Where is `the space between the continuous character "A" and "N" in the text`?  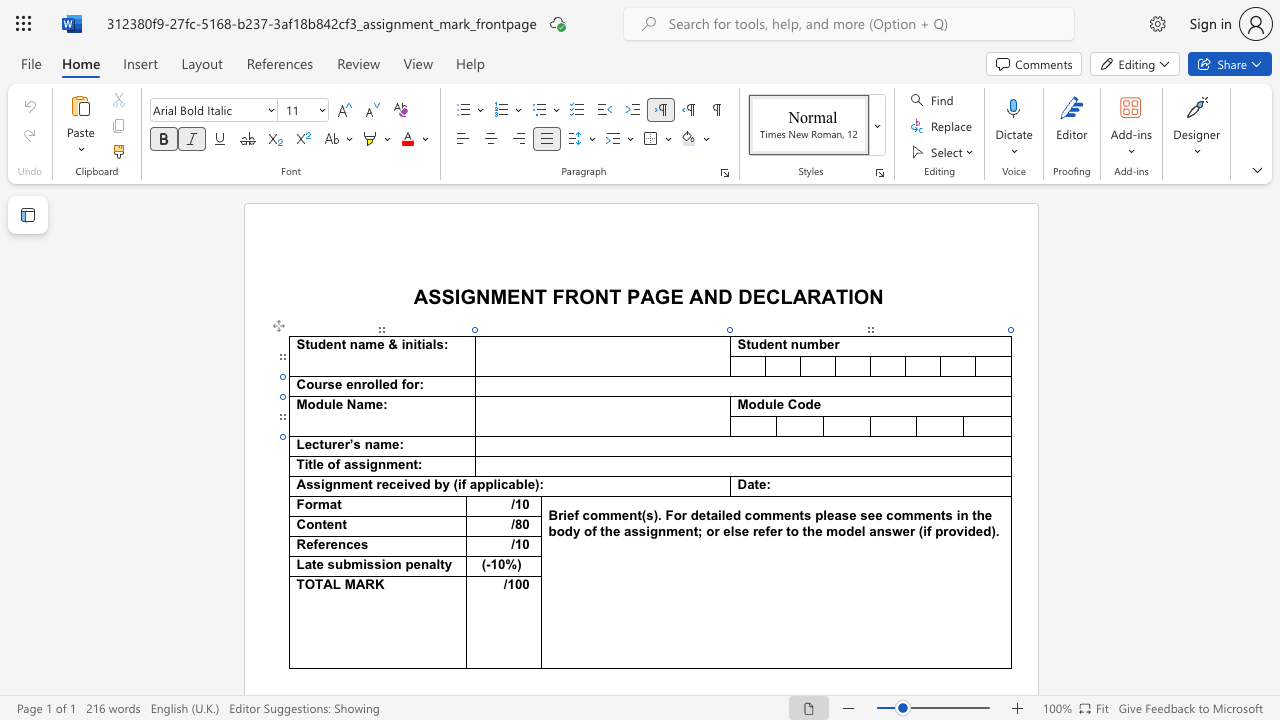
the space between the continuous character "A" and "N" in the text is located at coordinates (703, 296).